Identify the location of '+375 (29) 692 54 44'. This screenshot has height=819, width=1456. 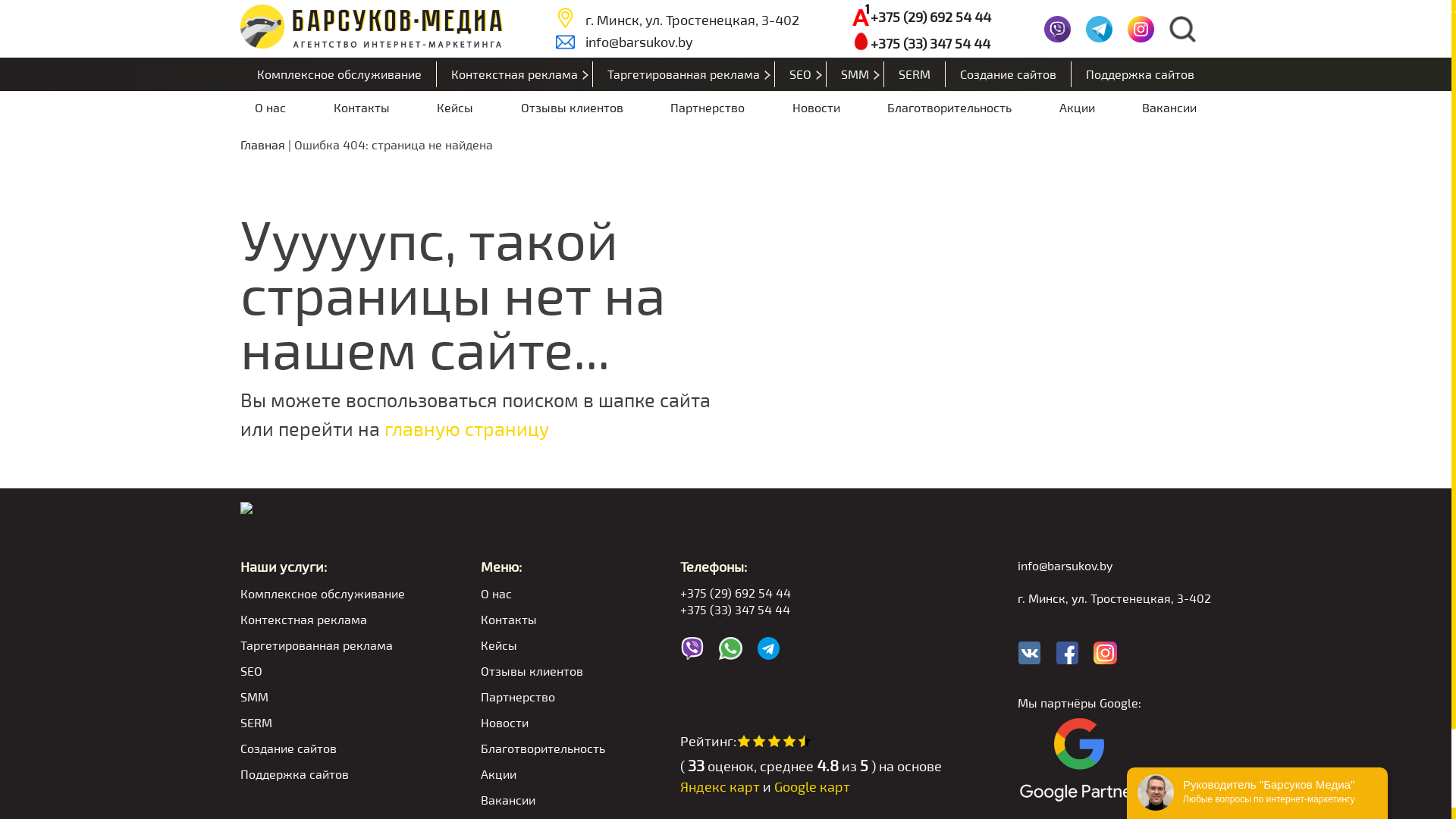
(810, 591).